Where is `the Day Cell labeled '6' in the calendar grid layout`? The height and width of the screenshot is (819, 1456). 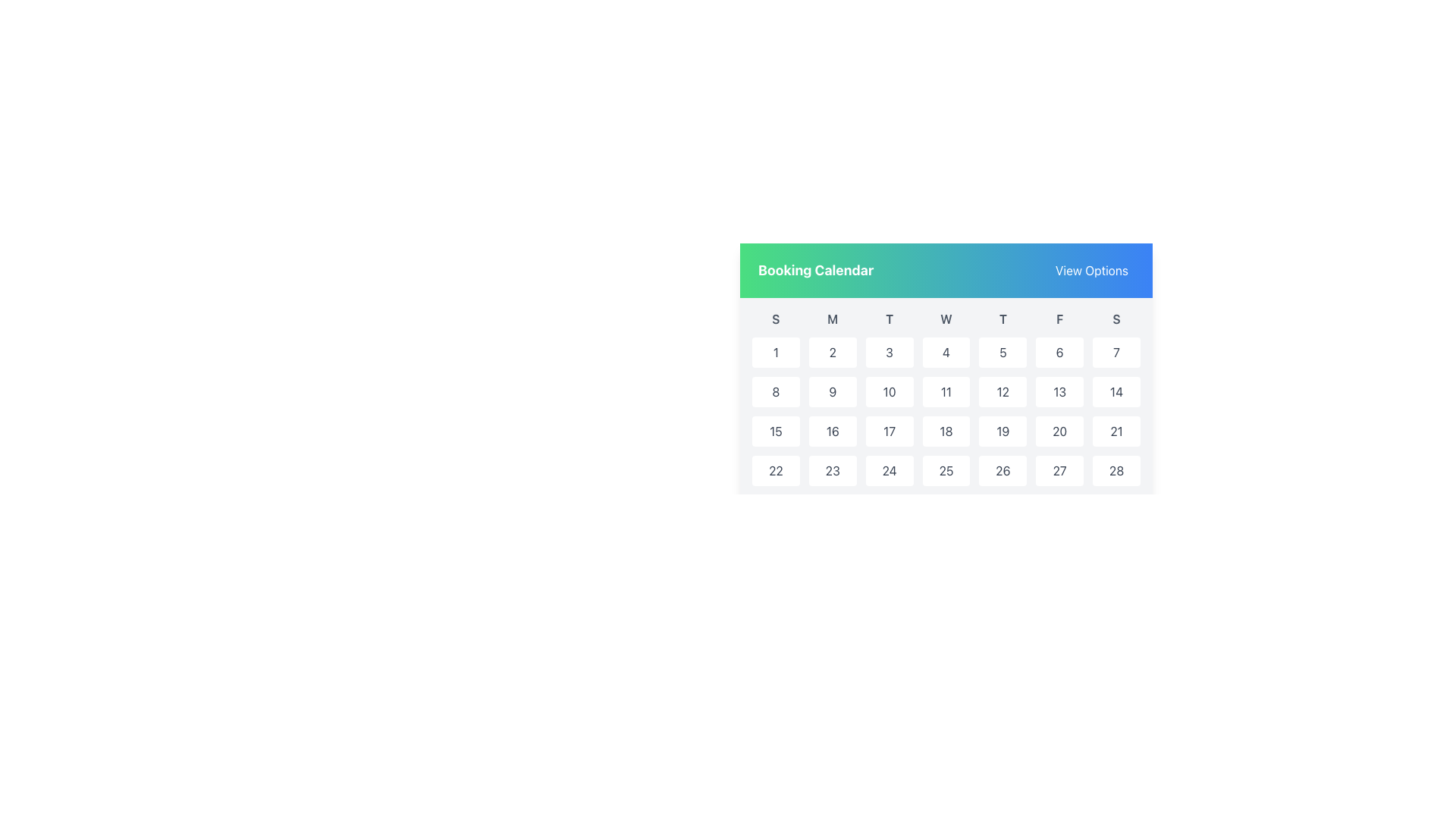 the Day Cell labeled '6' in the calendar grid layout is located at coordinates (1059, 353).